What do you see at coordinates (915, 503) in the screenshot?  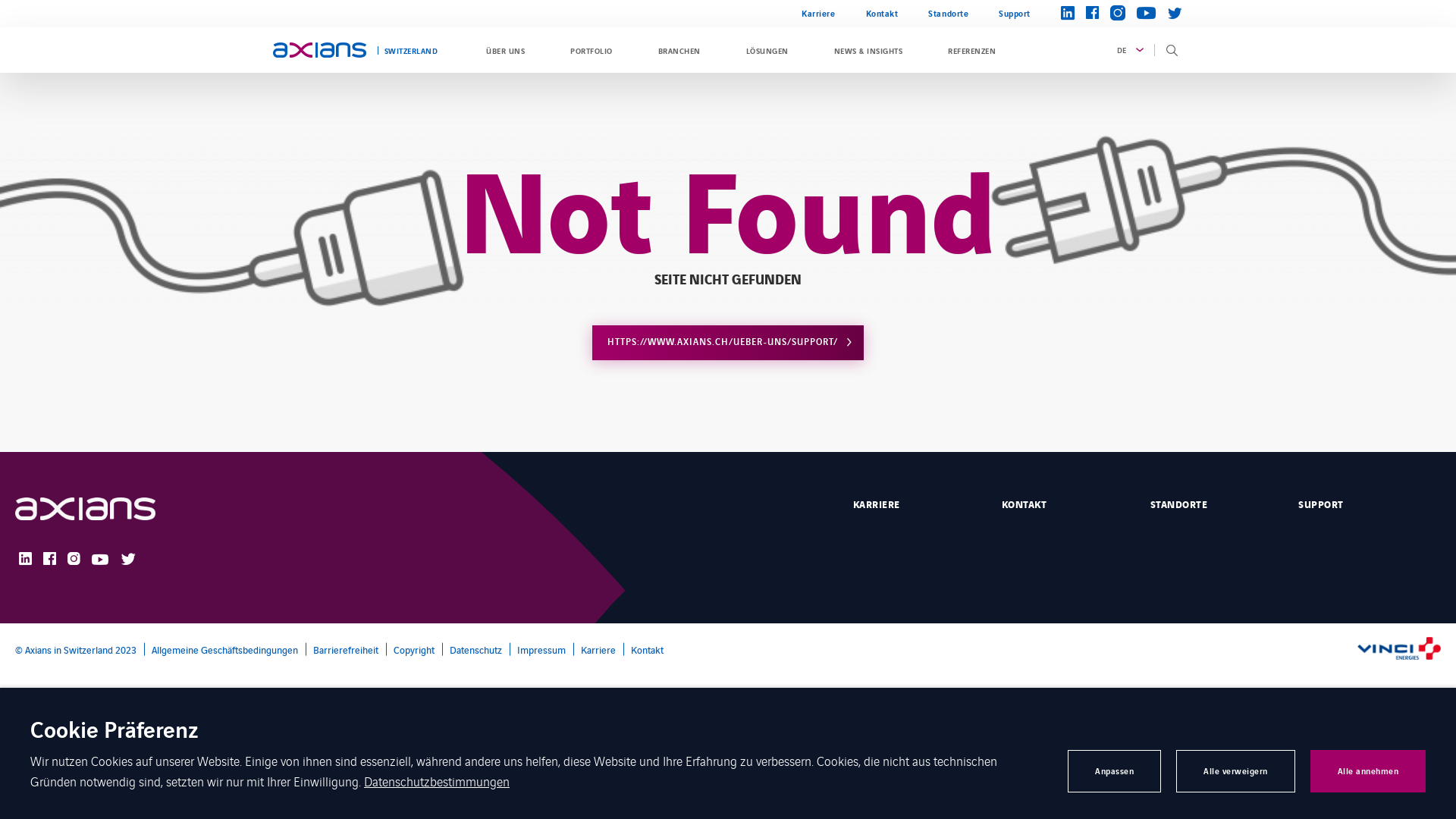 I see `'KARRIERE'` at bounding box center [915, 503].